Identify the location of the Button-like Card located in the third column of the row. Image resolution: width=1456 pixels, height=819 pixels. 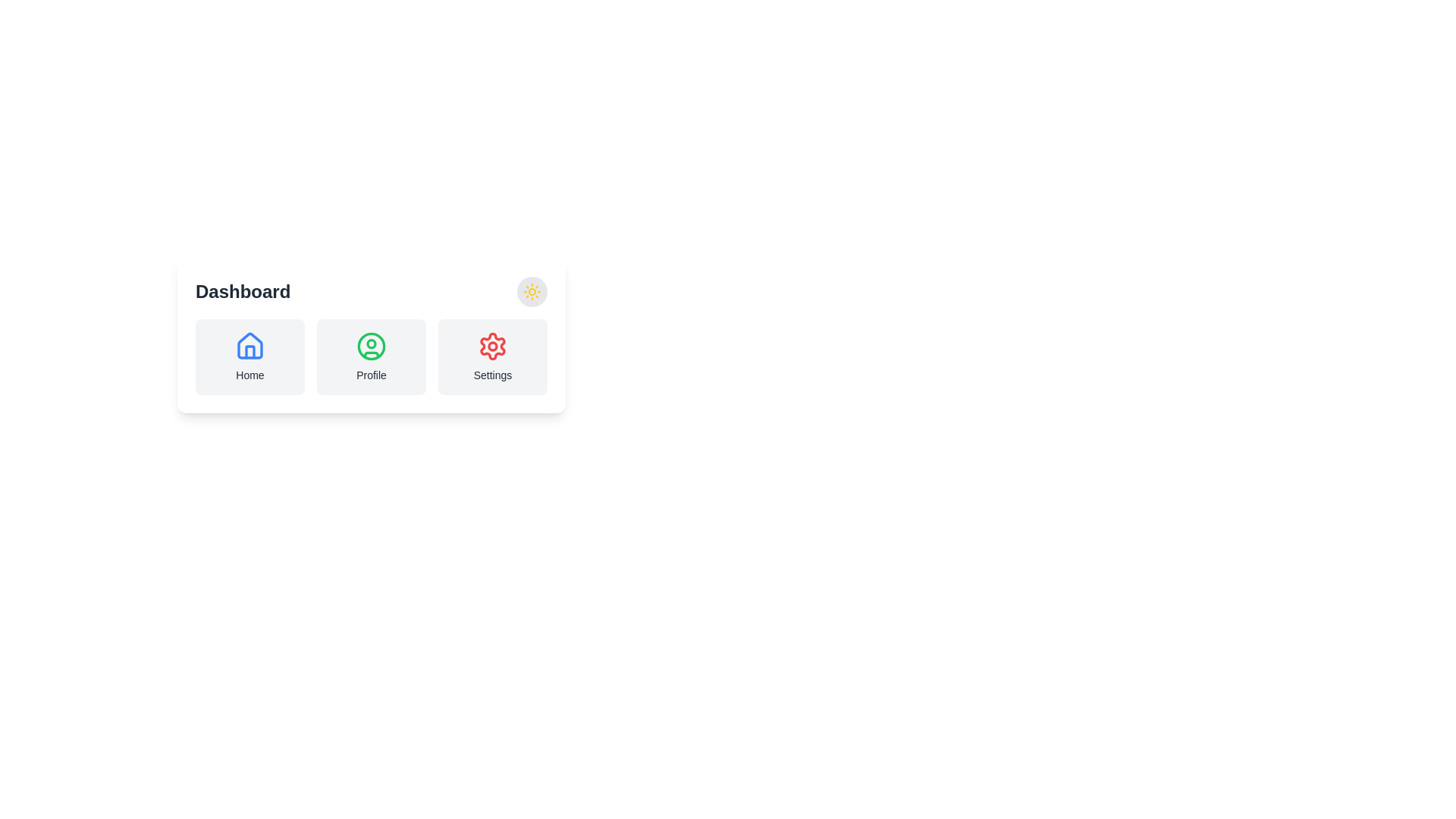
(492, 356).